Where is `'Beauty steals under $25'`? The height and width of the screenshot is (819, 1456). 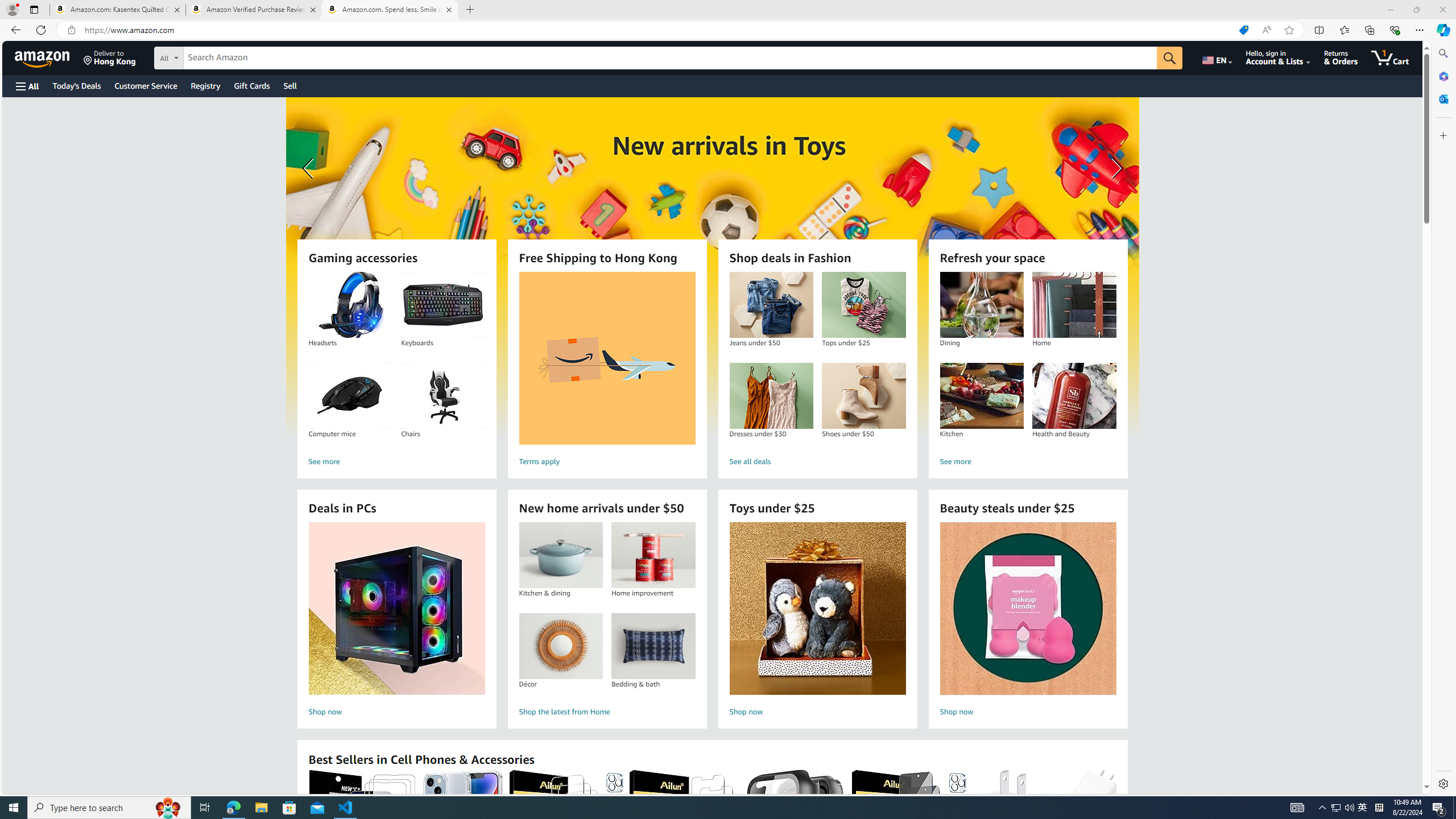 'Beauty steals under $25' is located at coordinates (1027, 608).